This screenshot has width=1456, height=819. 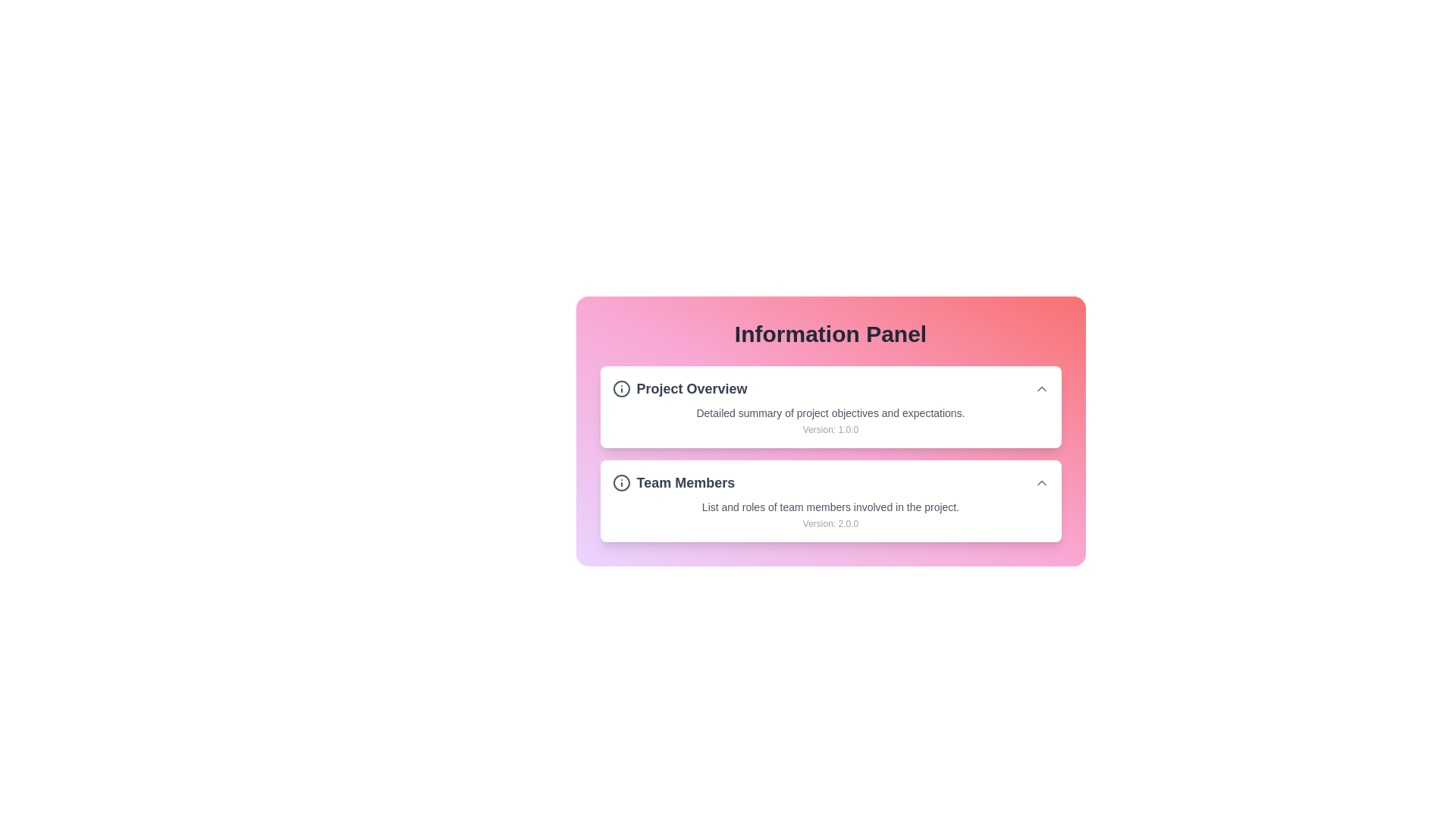 I want to click on the text label displaying 'Version: 2.0.0' located in the 'Team Members' section of the 'Information Panel', positioned below the description of team members, so click(x=830, y=522).